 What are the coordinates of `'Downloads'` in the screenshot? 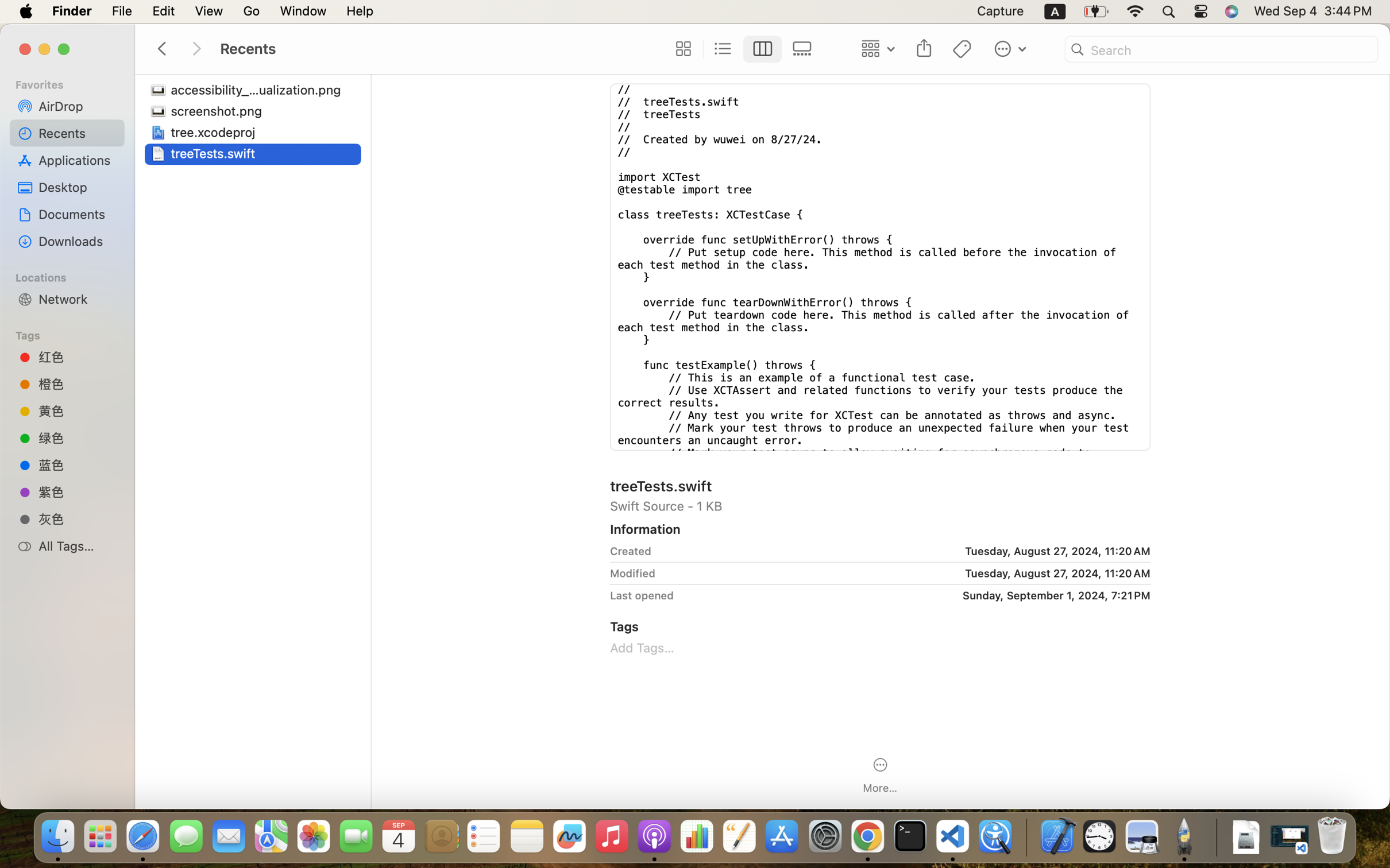 It's located at (77, 241).